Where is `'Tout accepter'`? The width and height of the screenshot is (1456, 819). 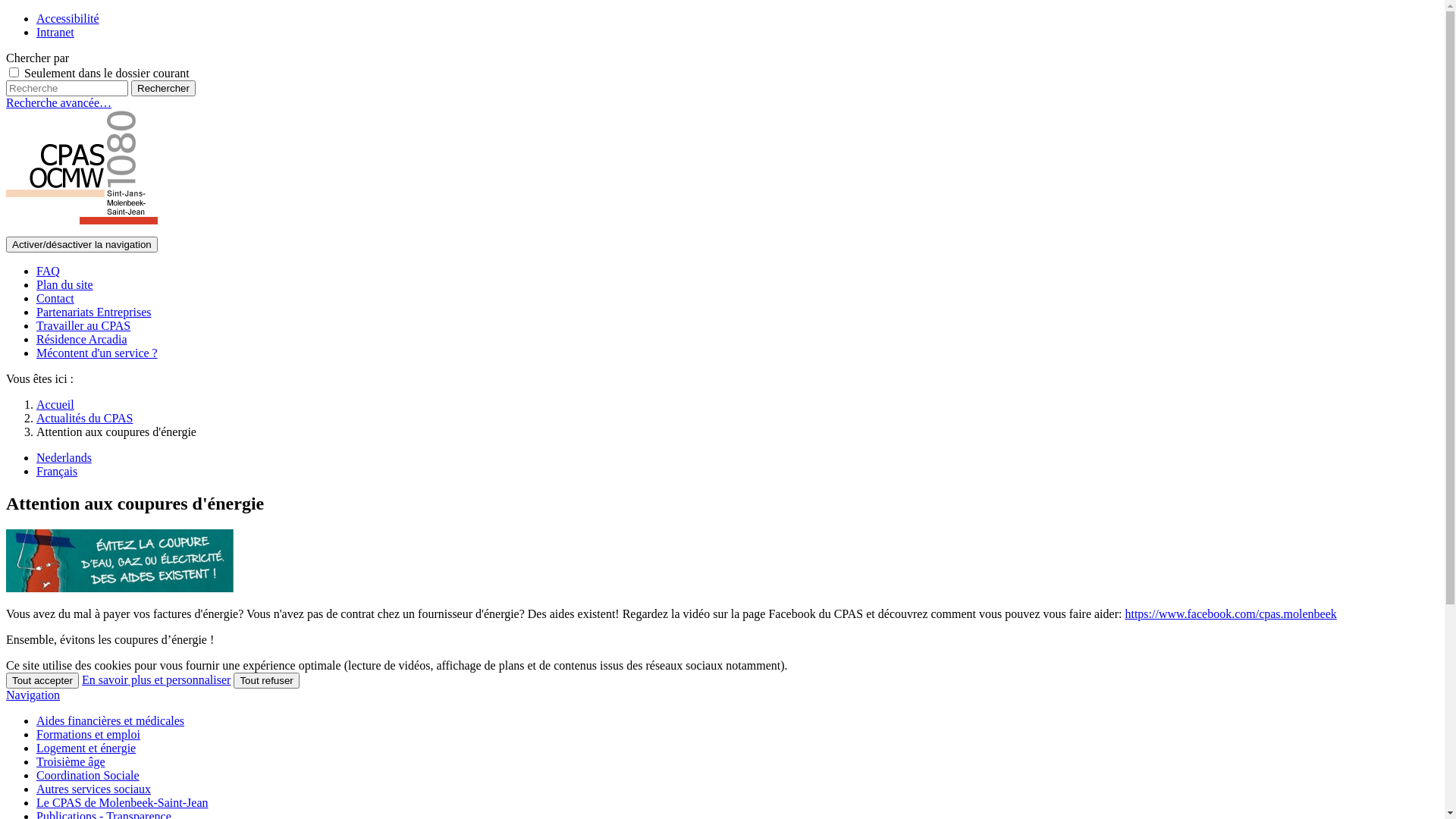 'Tout accepter' is located at coordinates (42, 679).